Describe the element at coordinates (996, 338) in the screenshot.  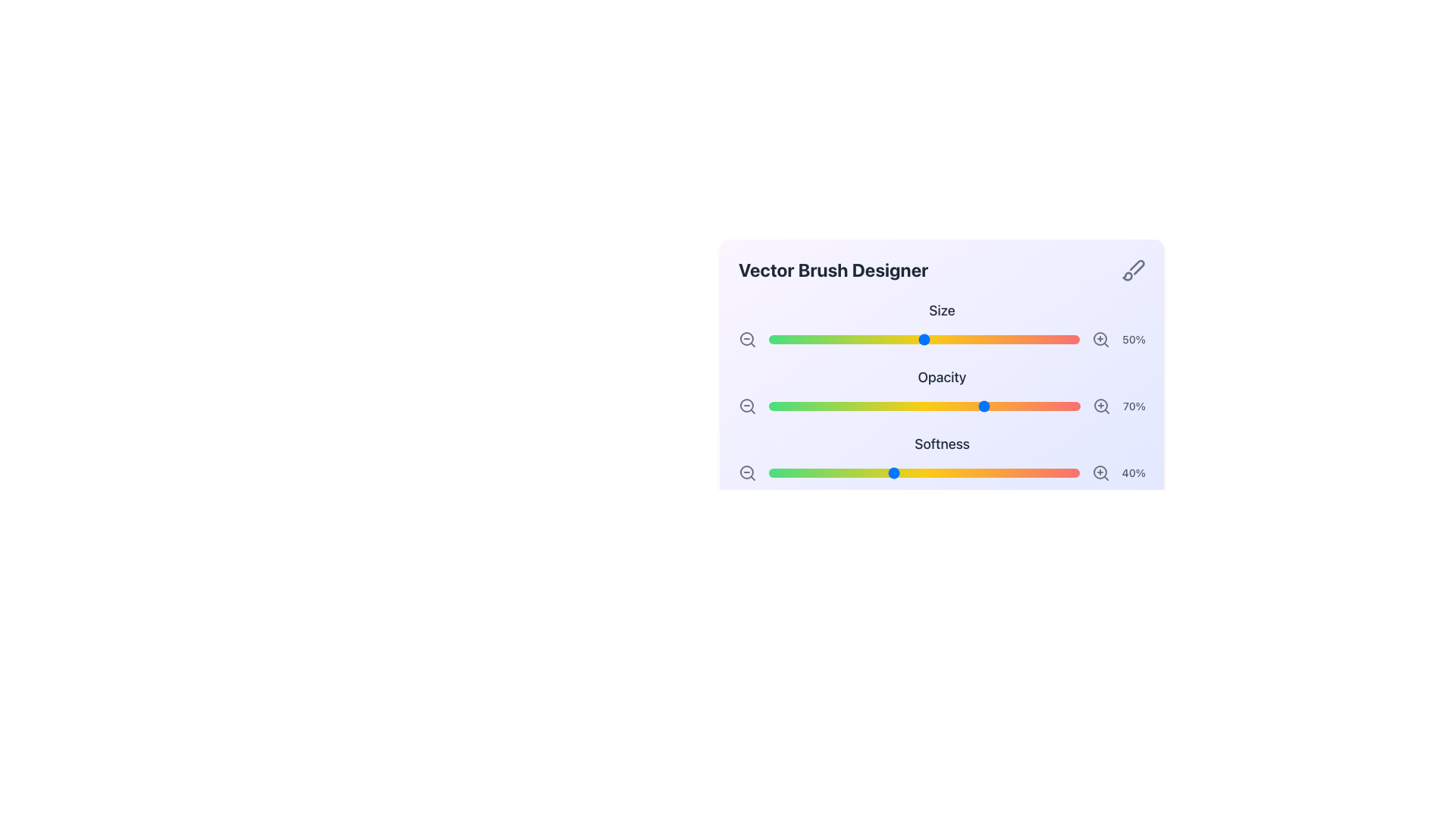
I see `the slider value` at that location.